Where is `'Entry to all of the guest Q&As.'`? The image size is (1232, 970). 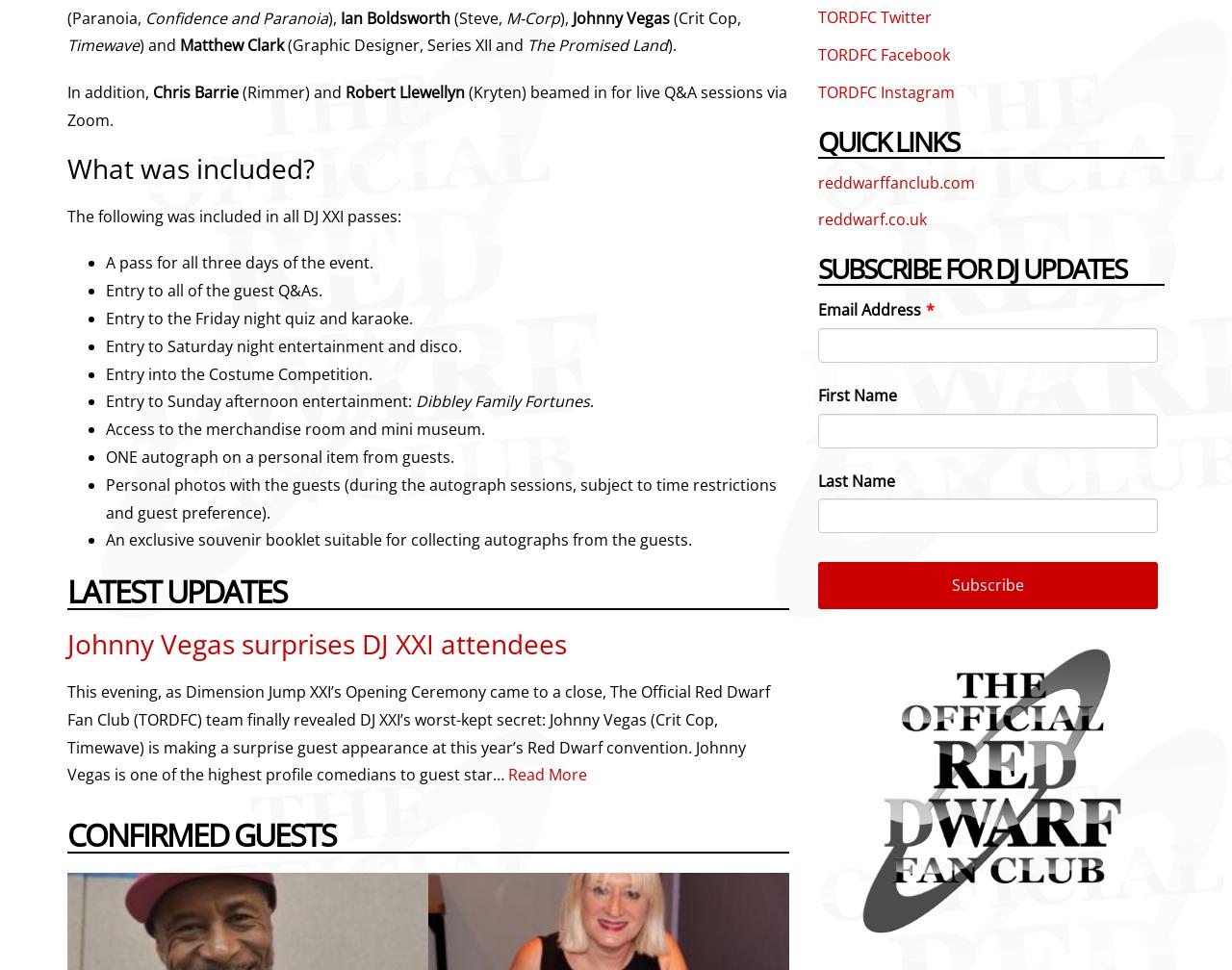
'Entry to all of the guest Q&As.' is located at coordinates (104, 290).